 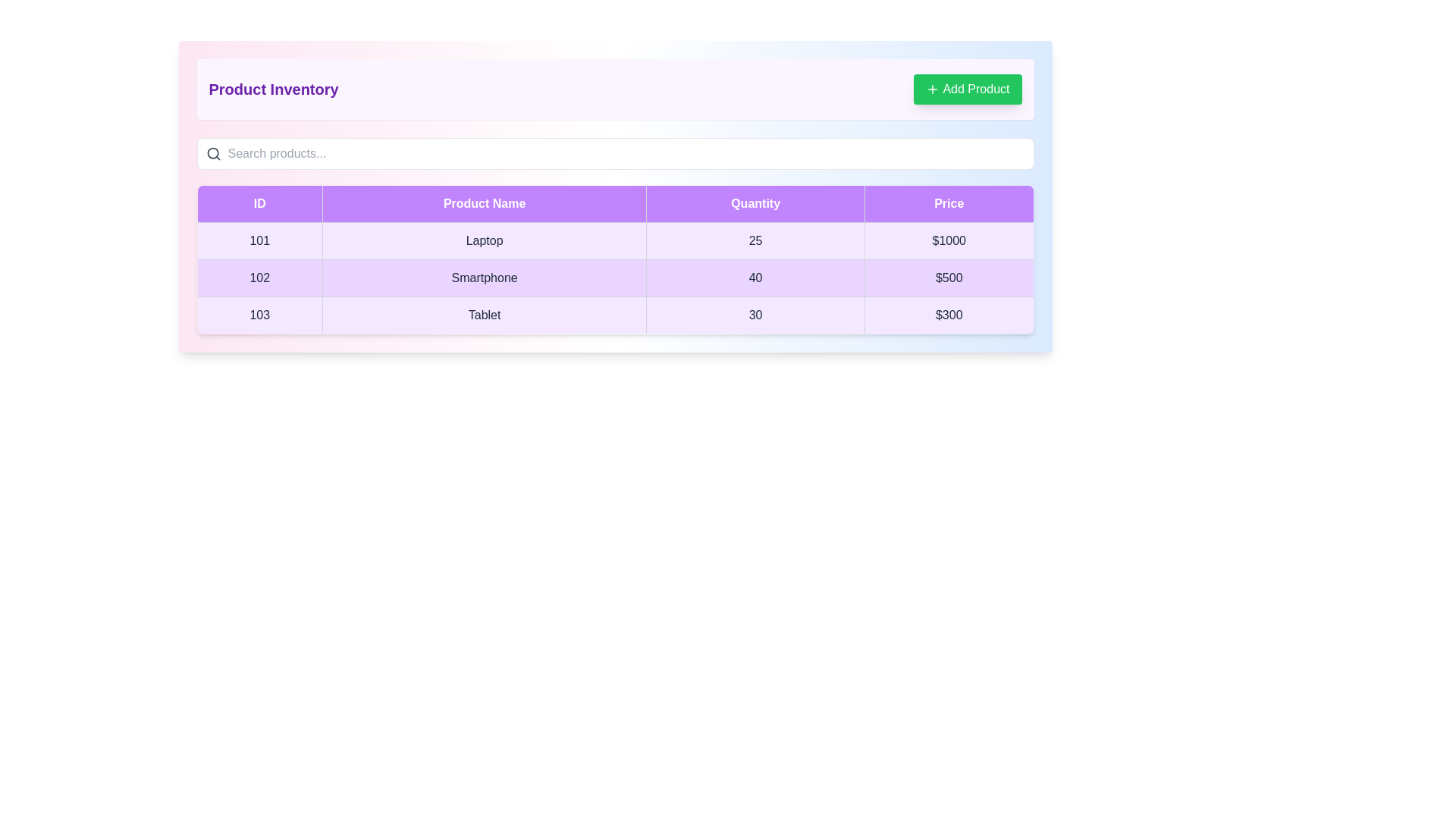 I want to click on the Text label displaying the product name 'Smartphone' located in row '102' of the product inventory table, so click(x=484, y=278).